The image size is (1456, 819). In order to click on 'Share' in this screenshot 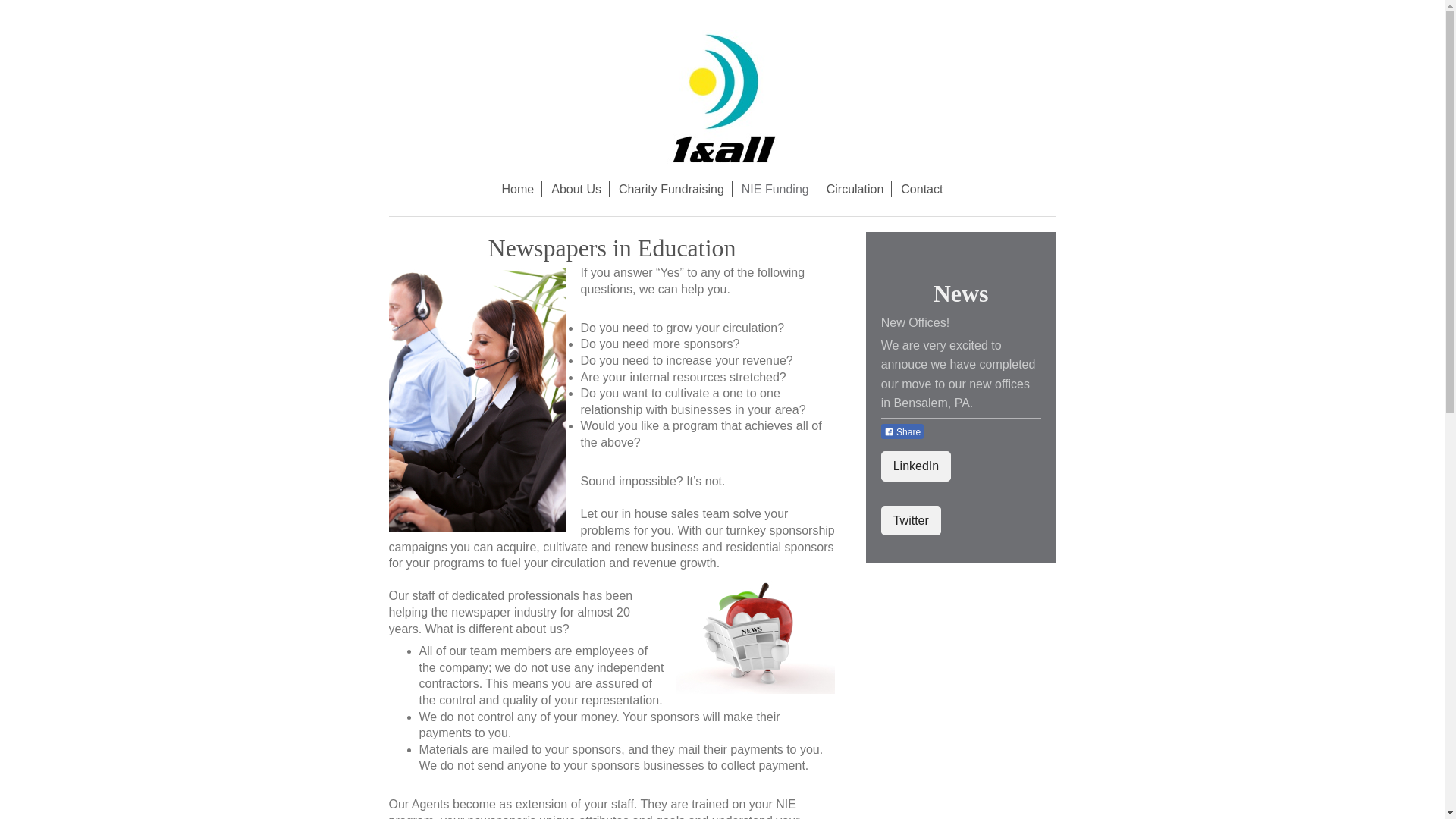, I will do `click(902, 431)`.